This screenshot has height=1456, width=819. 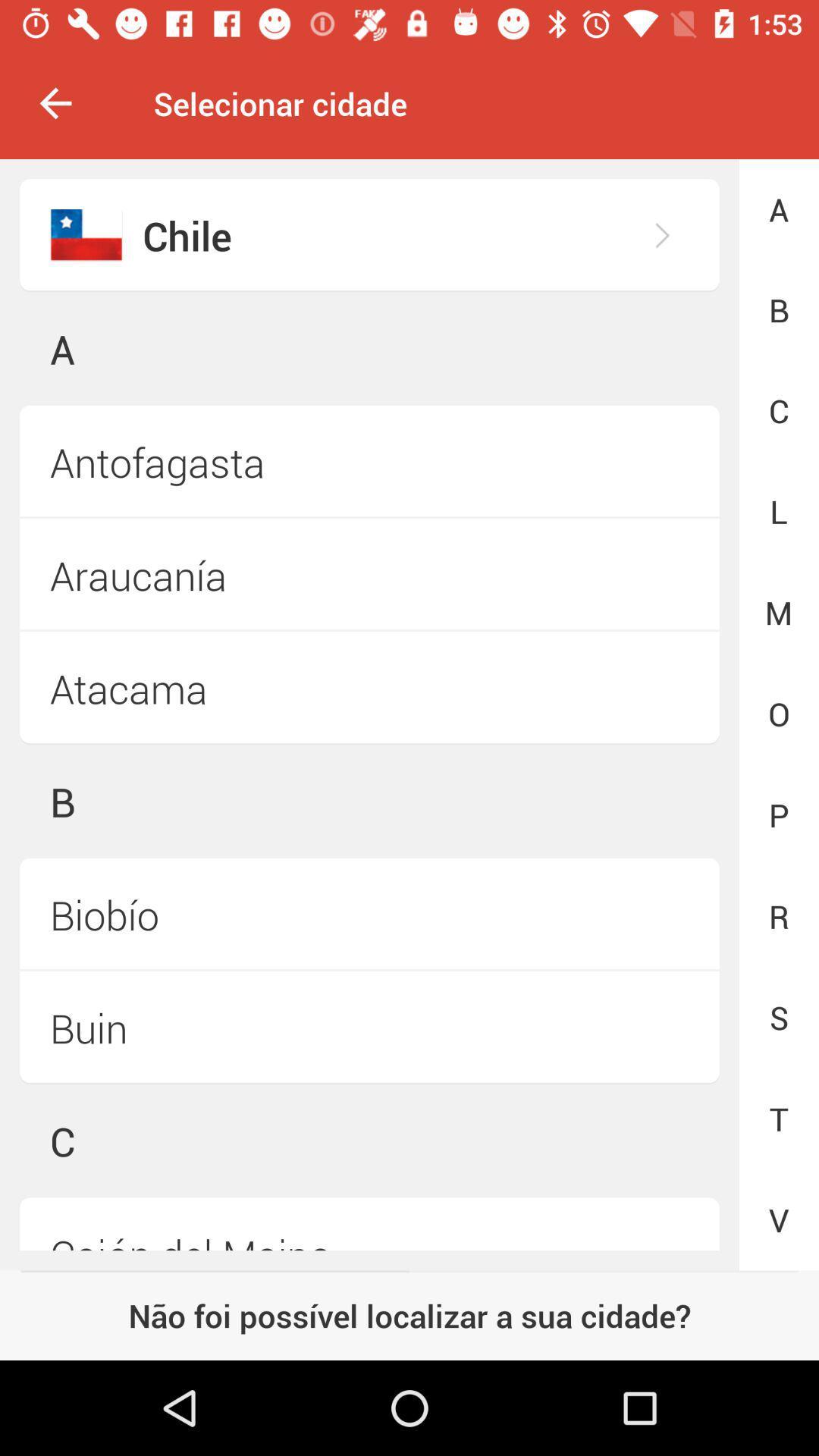 What do you see at coordinates (369, 1028) in the screenshot?
I see `icon next to r` at bounding box center [369, 1028].